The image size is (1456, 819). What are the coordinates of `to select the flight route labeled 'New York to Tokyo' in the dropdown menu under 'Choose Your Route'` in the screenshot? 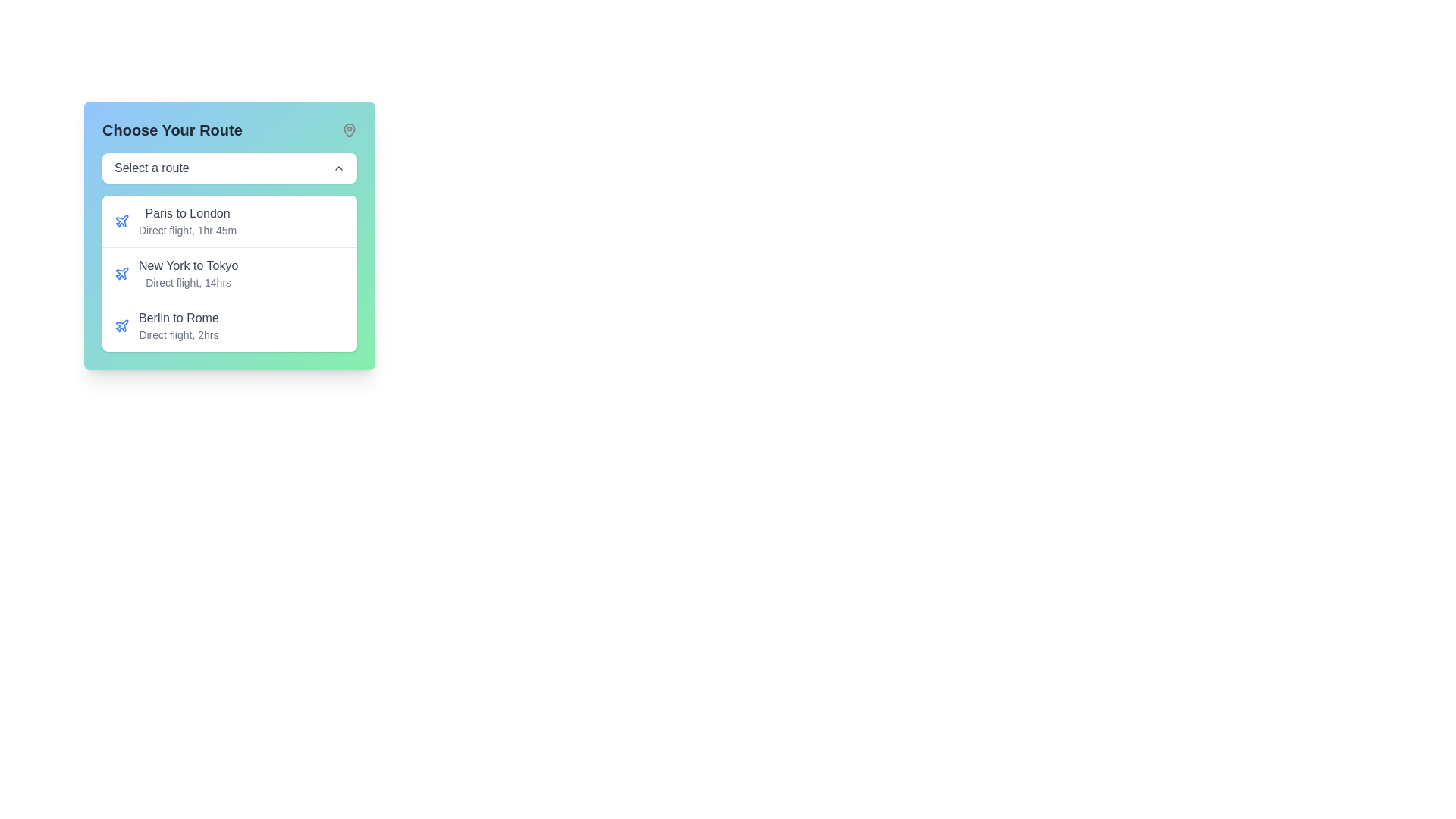 It's located at (187, 274).